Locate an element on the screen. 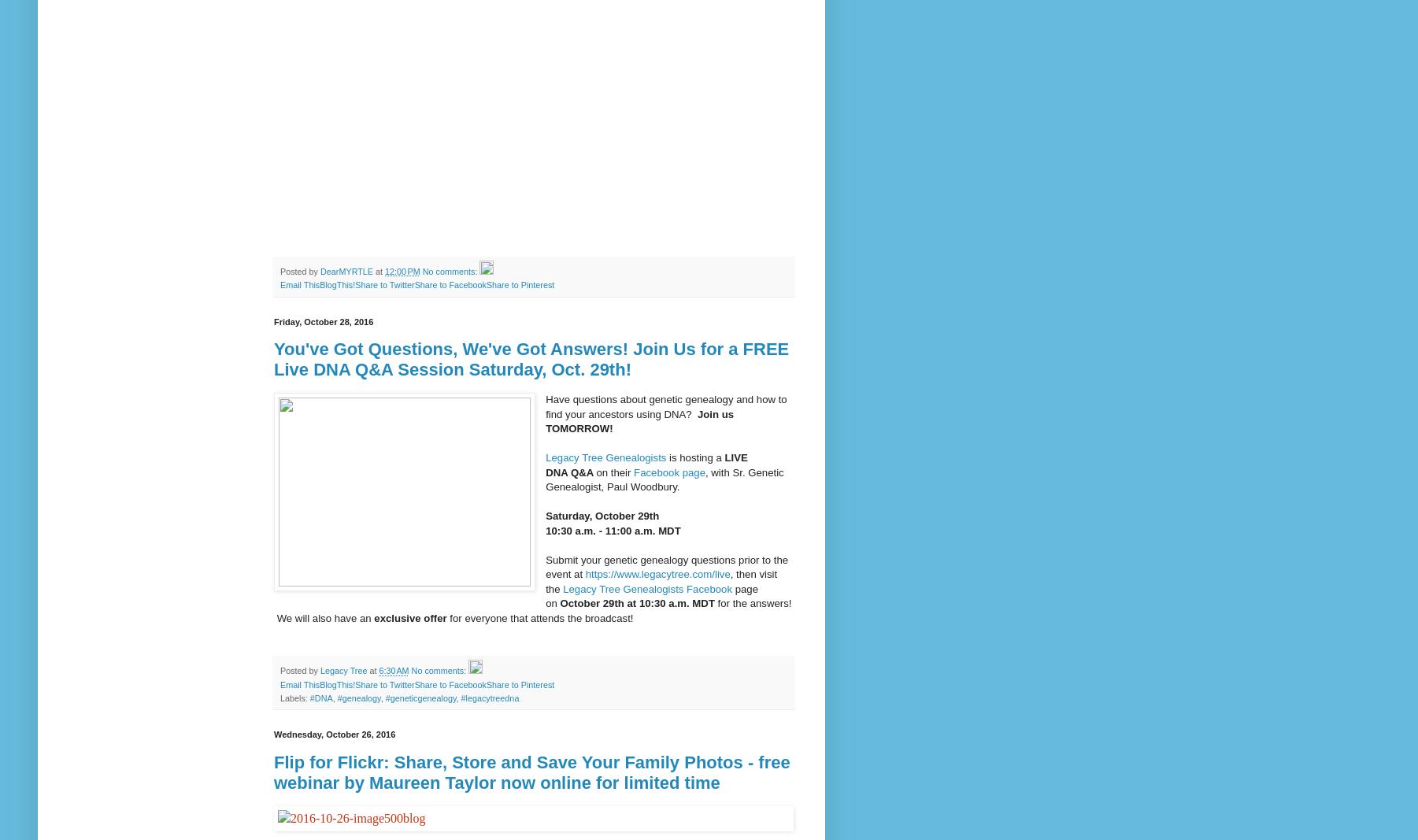  'Wednesday, October 26, 2016' is located at coordinates (334, 734).